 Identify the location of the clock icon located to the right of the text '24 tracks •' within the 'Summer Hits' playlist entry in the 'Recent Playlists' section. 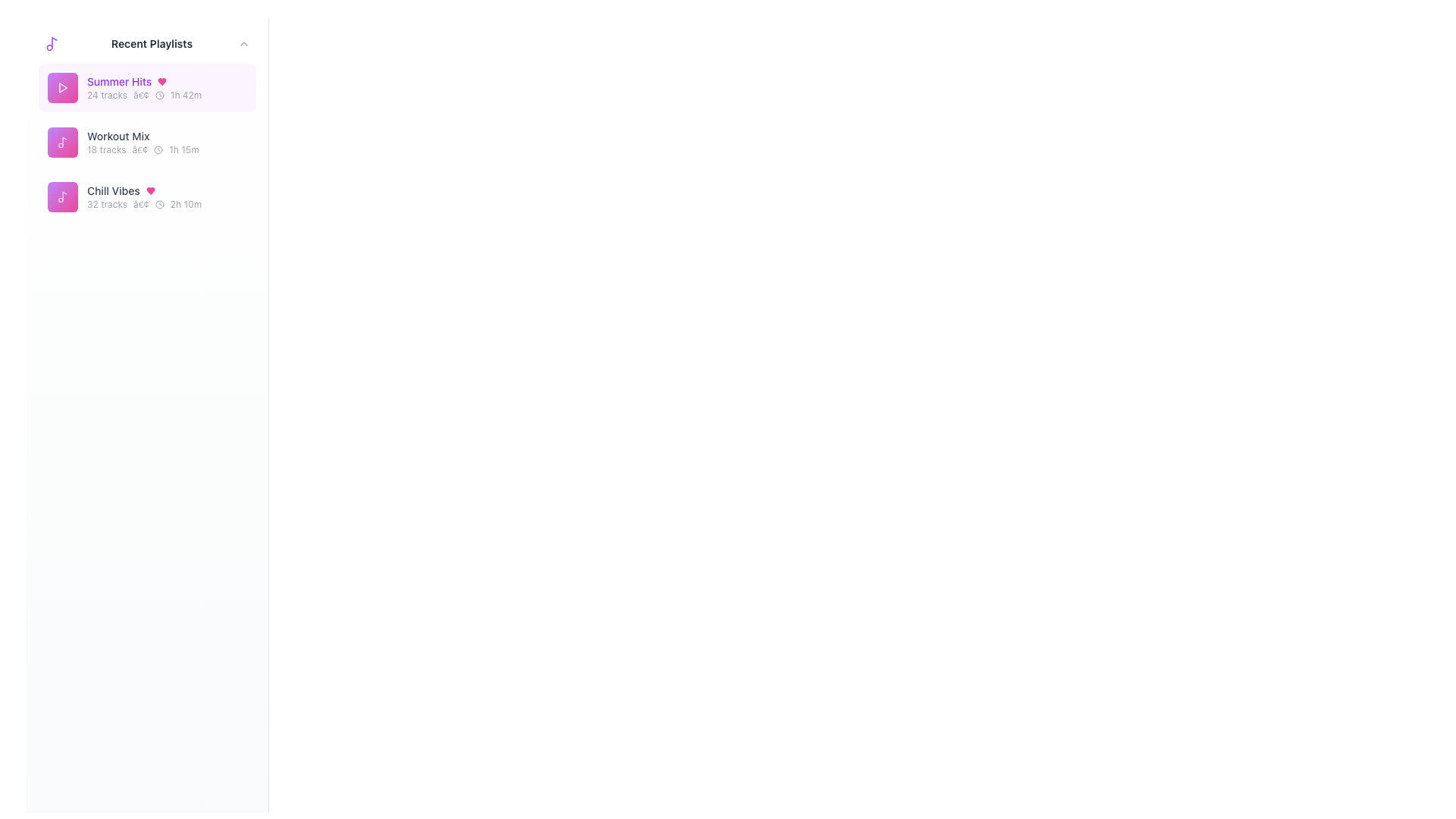
(159, 96).